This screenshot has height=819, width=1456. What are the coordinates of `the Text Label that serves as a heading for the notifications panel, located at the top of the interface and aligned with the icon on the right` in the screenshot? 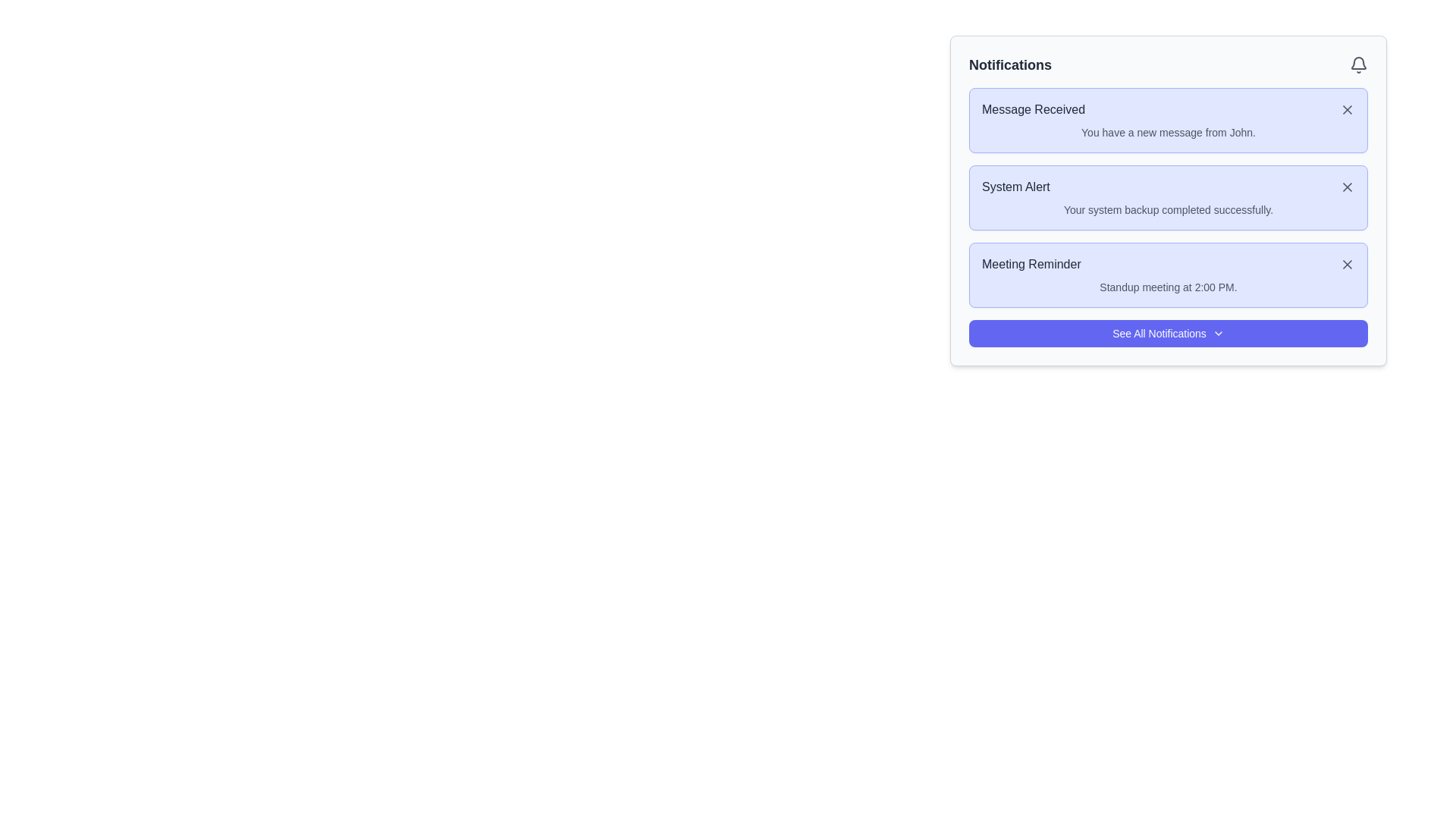 It's located at (1010, 64).